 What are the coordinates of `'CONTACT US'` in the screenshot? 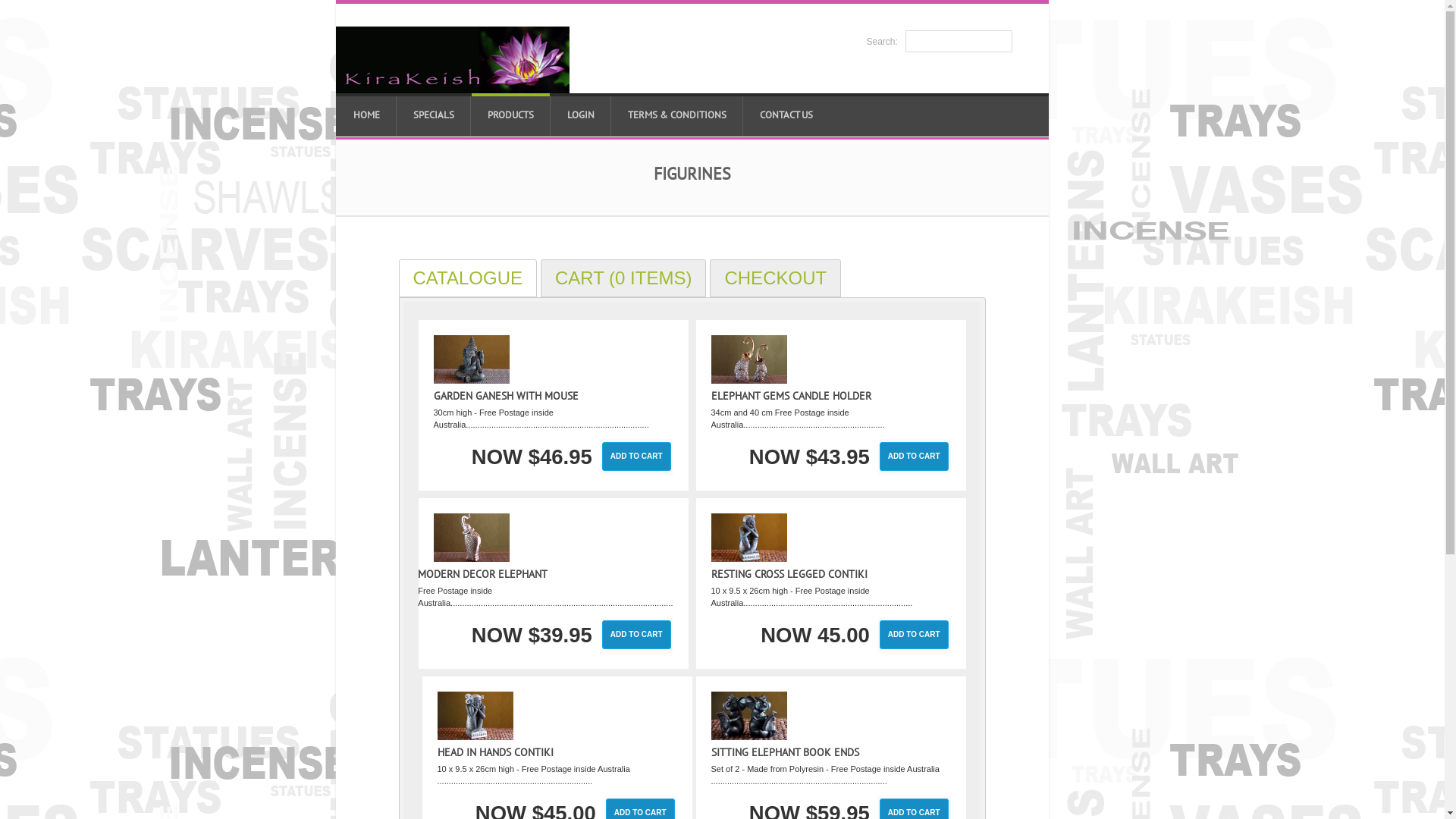 It's located at (742, 114).